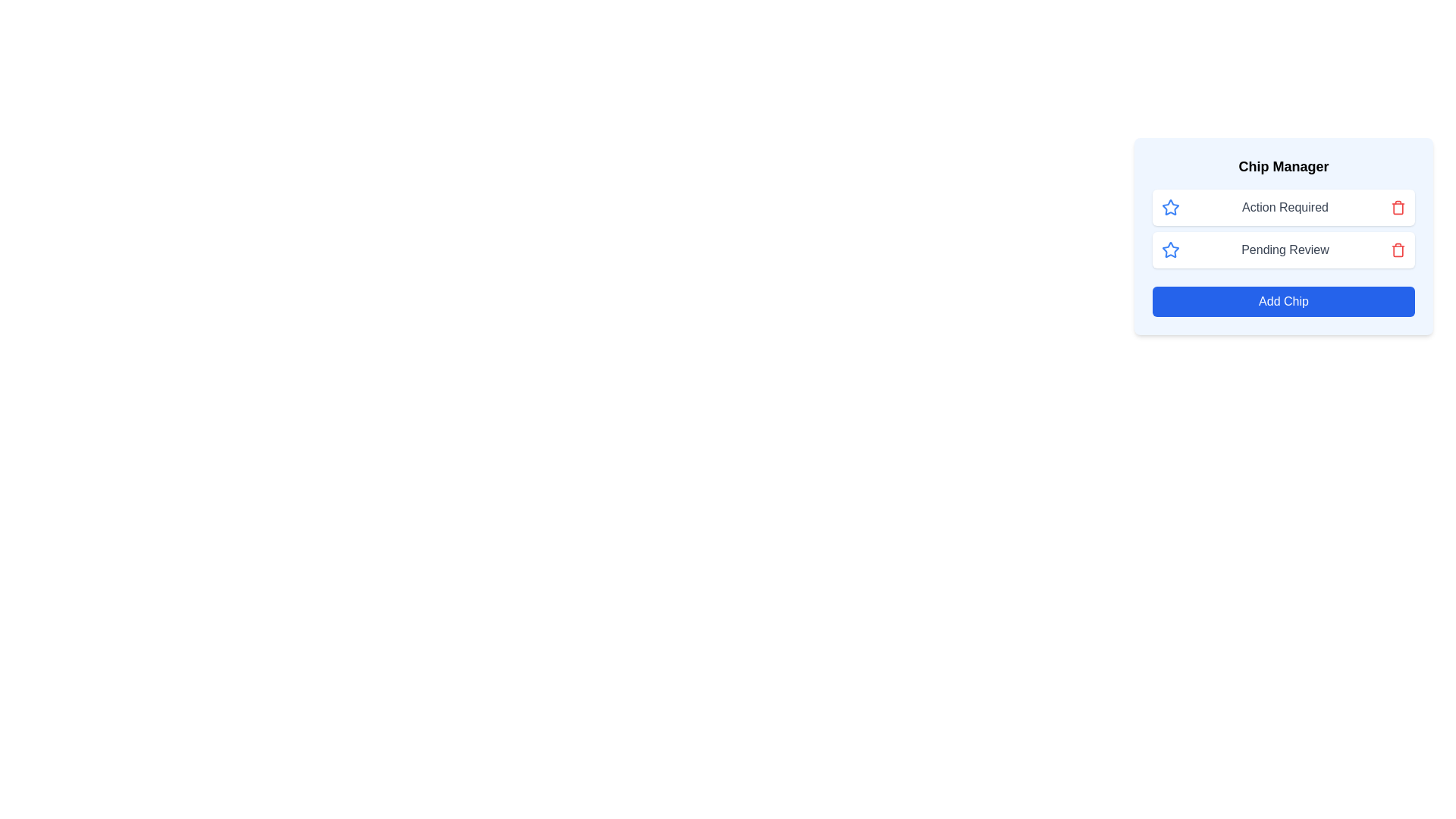 This screenshot has width=1456, height=819. Describe the element at coordinates (1283, 301) in the screenshot. I see `the 'Add Chip' button to add a new chip to the list` at that location.